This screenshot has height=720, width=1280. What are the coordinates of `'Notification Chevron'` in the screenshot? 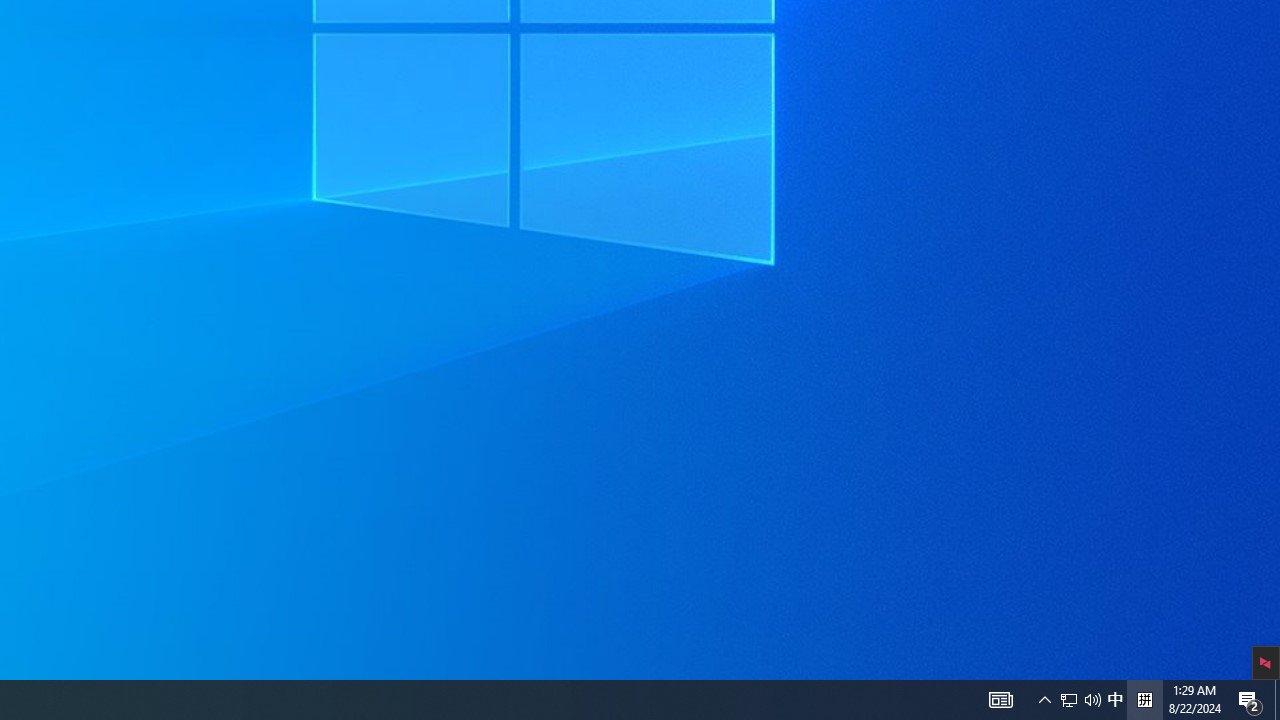 It's located at (1092, 698).